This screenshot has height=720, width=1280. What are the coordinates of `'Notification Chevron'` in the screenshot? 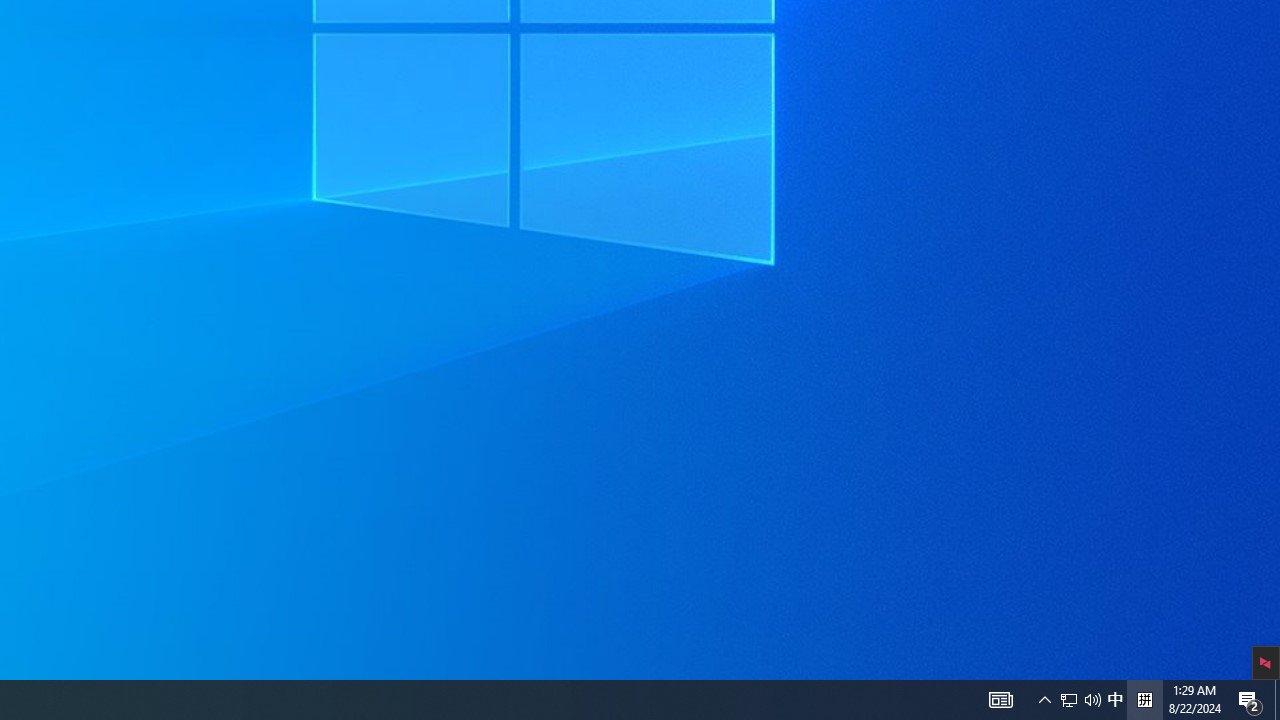 It's located at (1092, 698).